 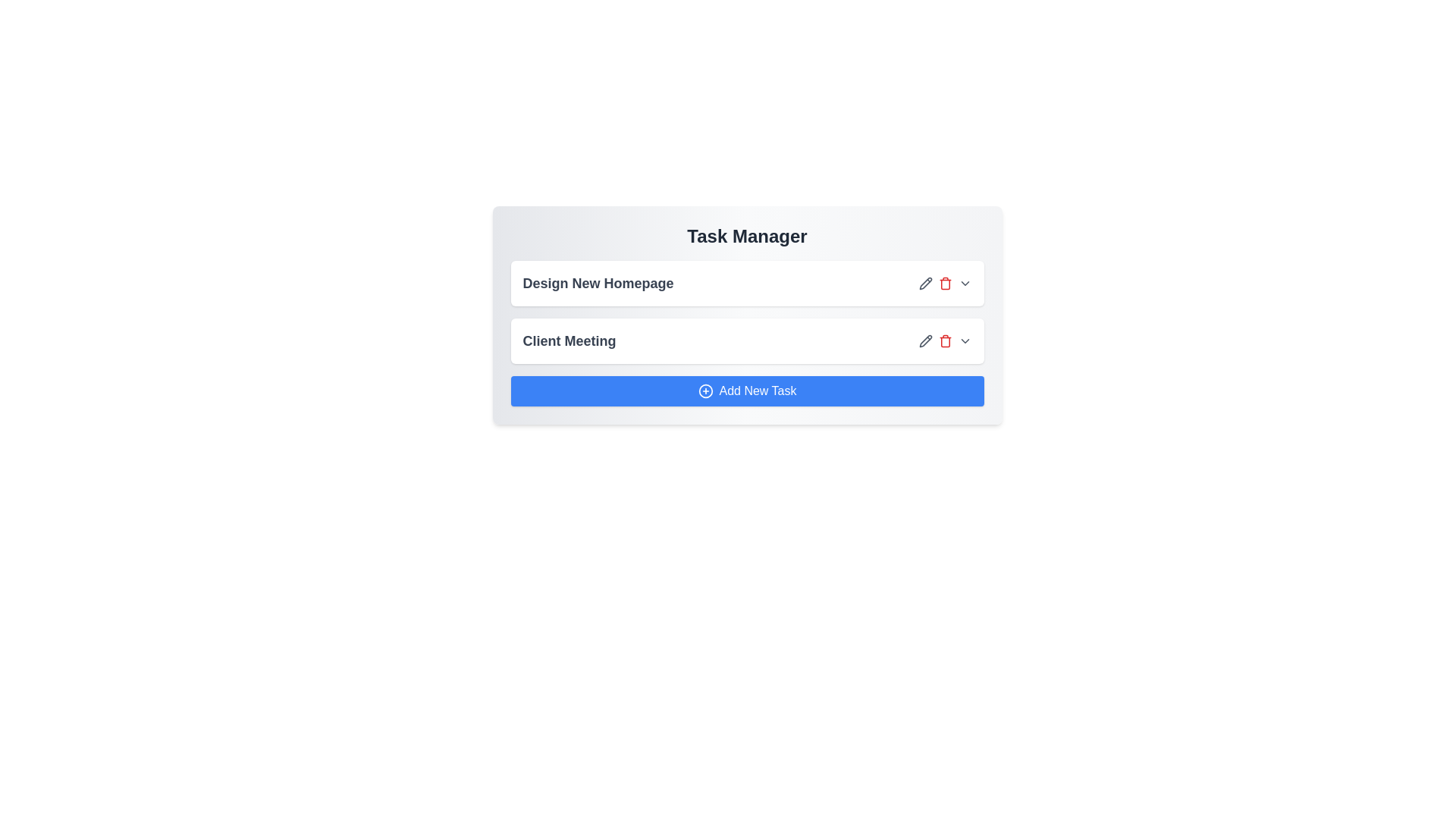 I want to click on the chevron button of the task titled 'Design New Homepage' to toggle its details, so click(x=964, y=284).